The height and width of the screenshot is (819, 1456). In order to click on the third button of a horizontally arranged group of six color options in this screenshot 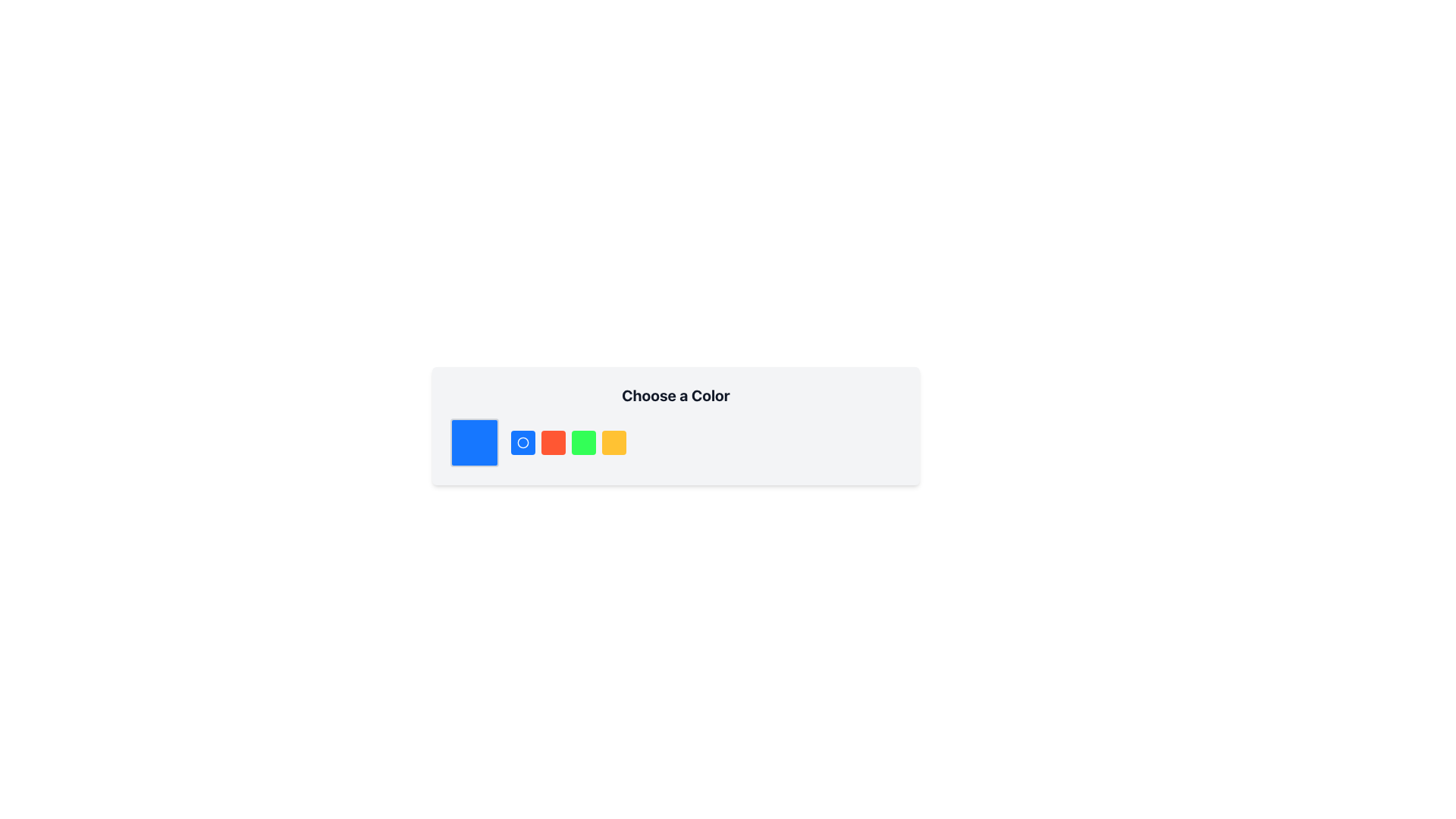, I will do `click(552, 442)`.